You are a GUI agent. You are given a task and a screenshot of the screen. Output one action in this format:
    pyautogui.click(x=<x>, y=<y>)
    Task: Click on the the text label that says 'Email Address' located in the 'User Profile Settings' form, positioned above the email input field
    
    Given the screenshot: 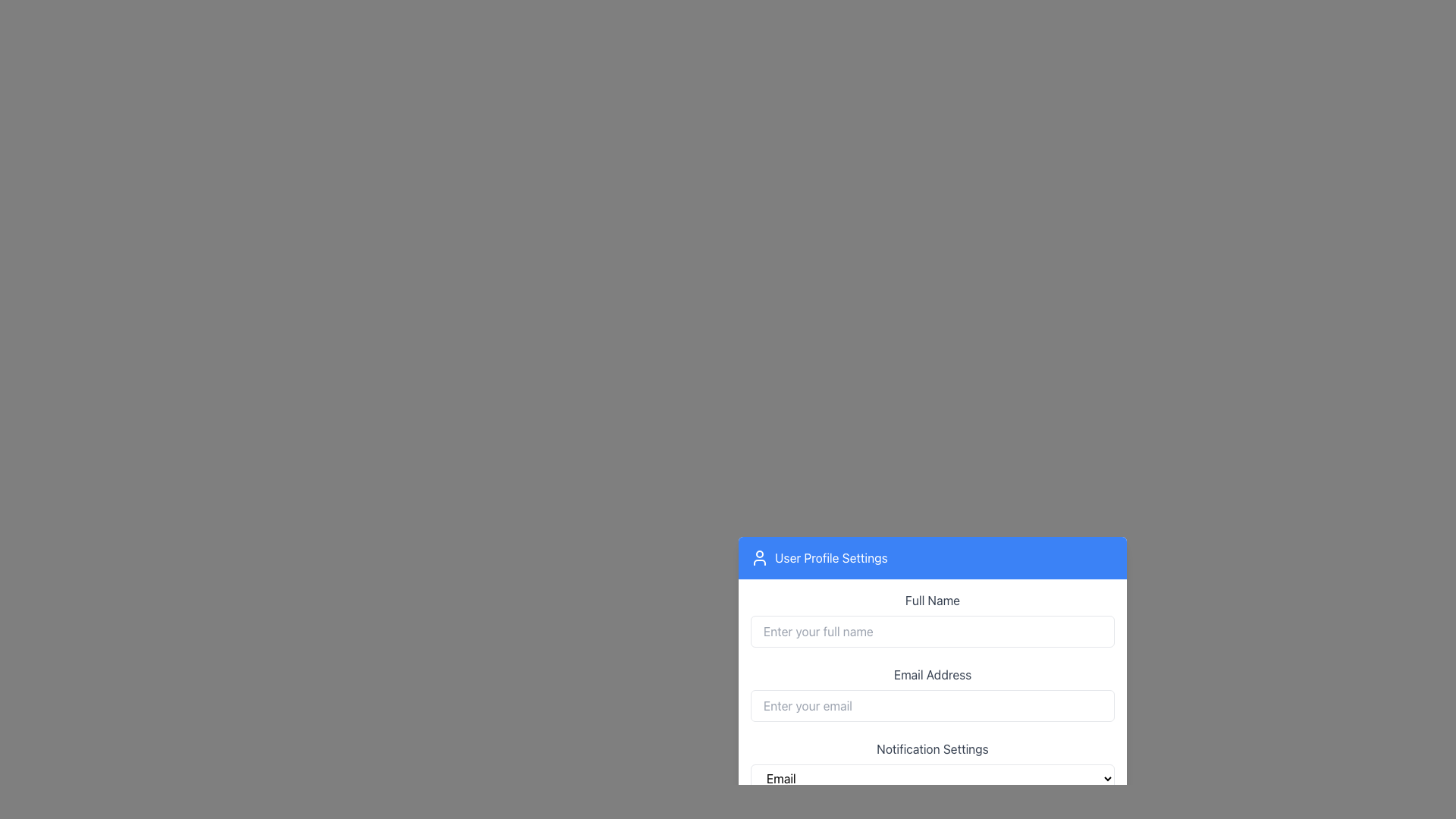 What is the action you would take?
    pyautogui.click(x=931, y=673)
    